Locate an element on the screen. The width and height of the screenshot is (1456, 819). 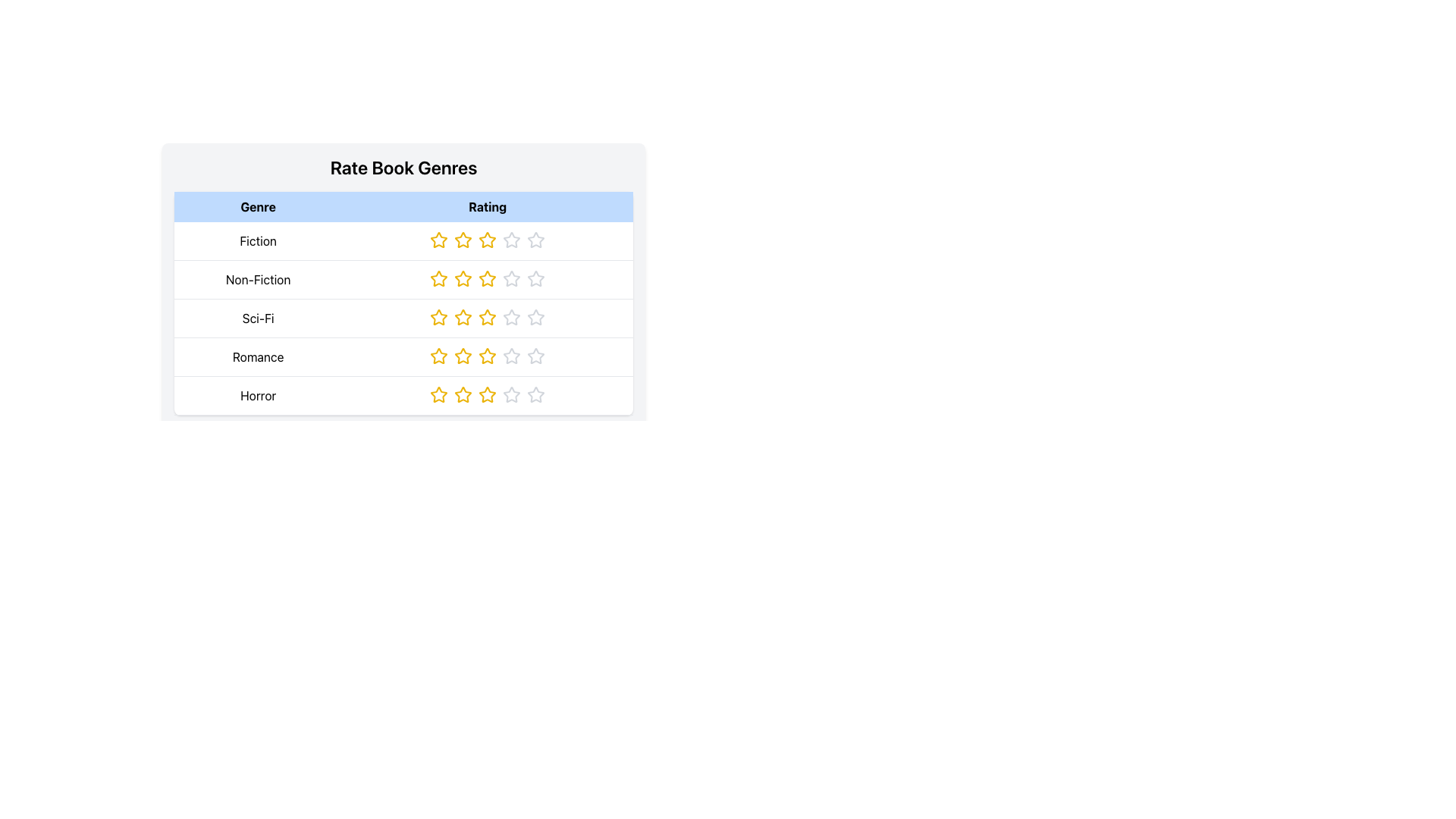
the fourth star in the 'Romance' row of the star-rating UI element is located at coordinates (536, 356).